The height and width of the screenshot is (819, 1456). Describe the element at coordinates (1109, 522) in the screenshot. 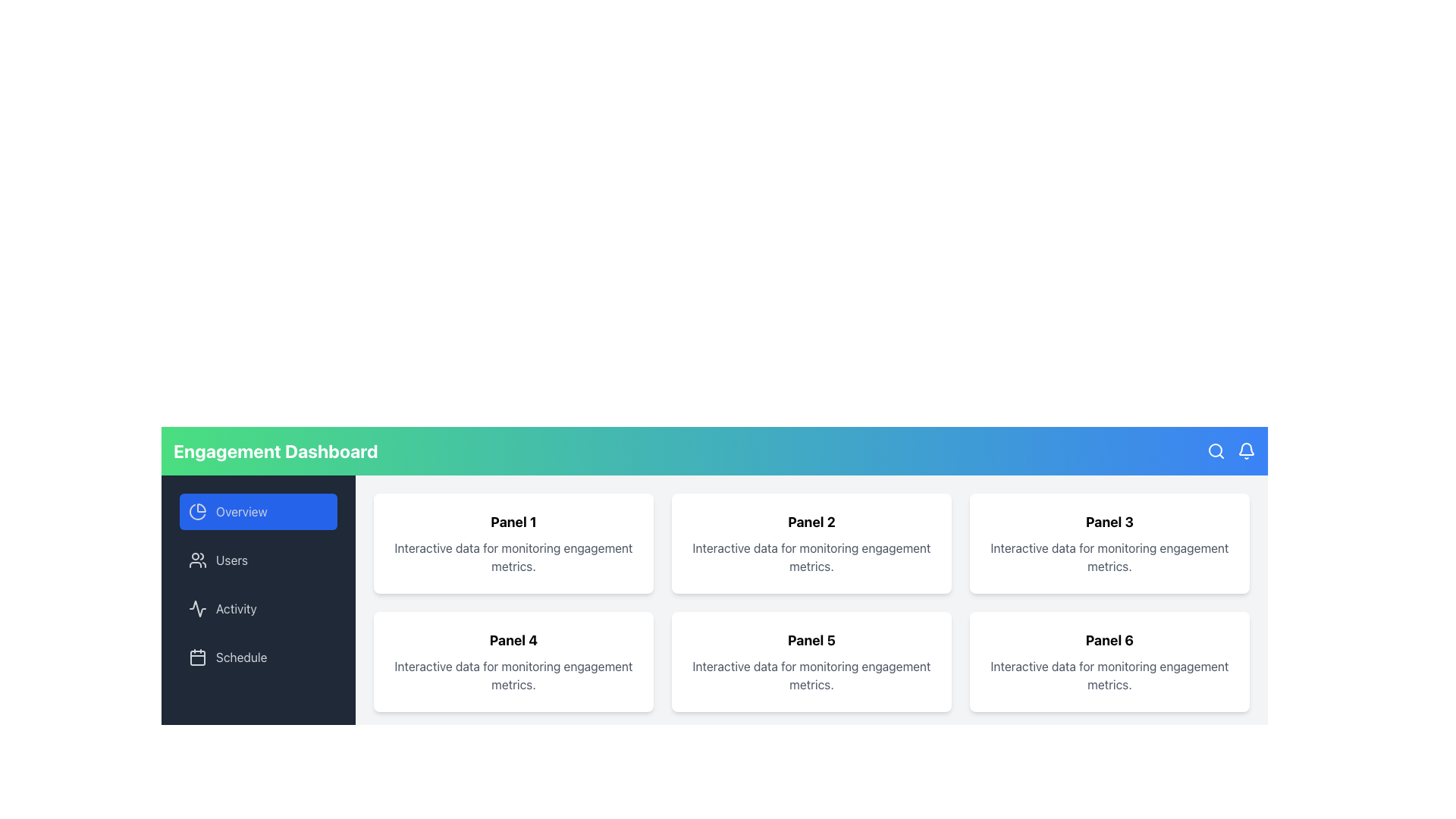

I see `the title text display located at the top section of the first card panel in the second row of the grid layout on the dashboard` at that location.